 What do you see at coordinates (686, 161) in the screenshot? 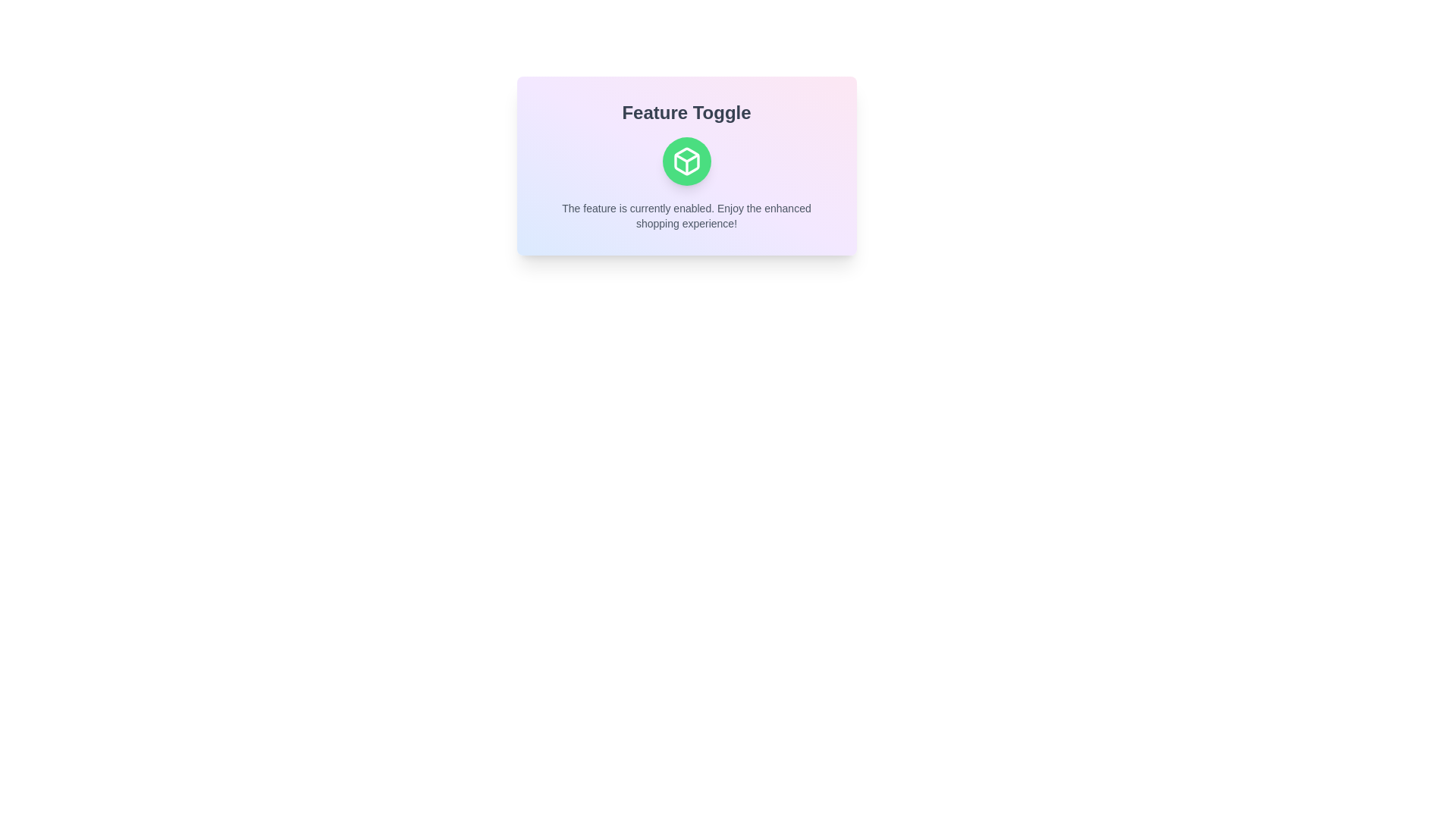
I see `the circular green button with a white box icon` at bounding box center [686, 161].